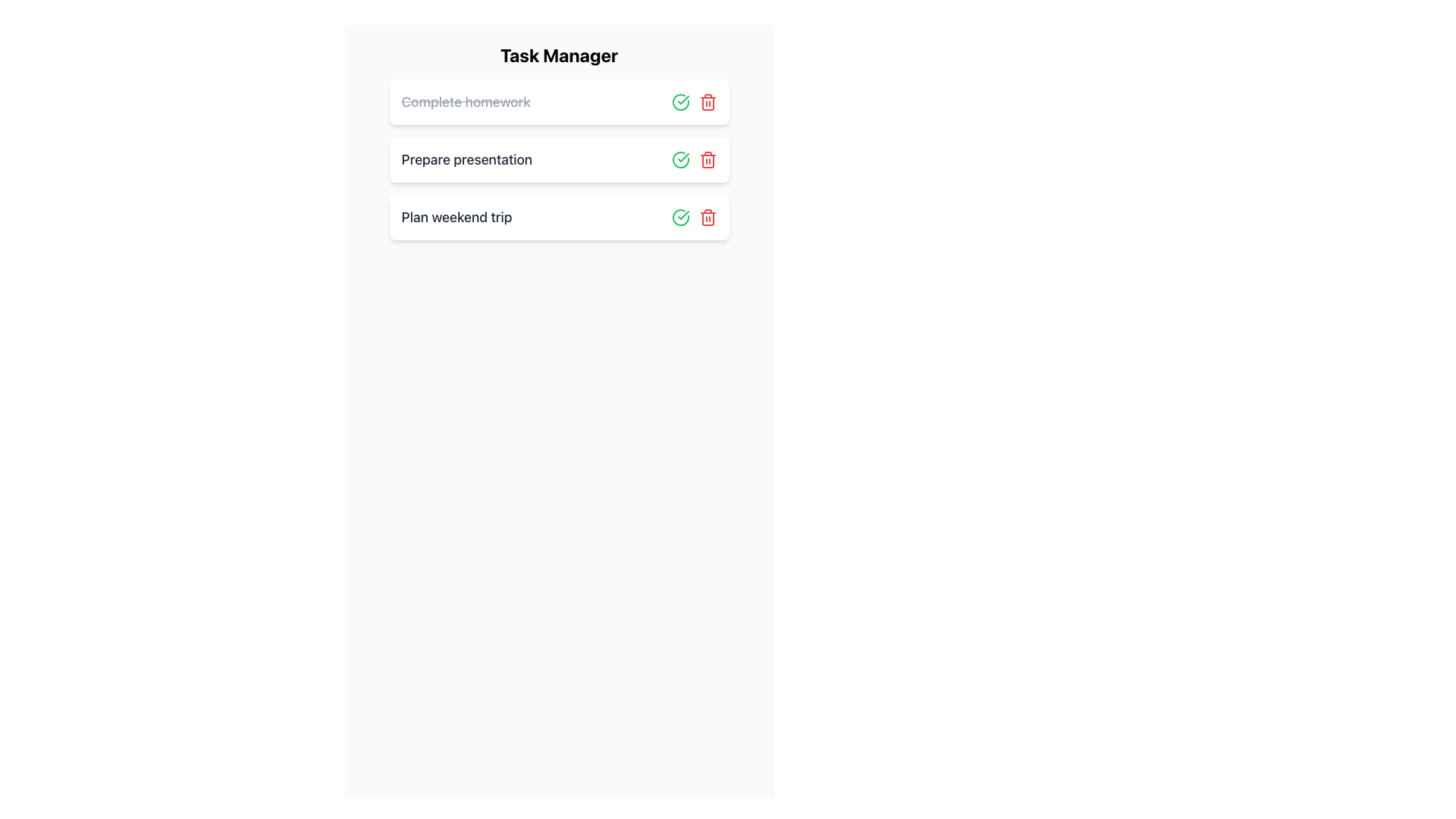 This screenshot has height=819, width=1456. Describe the element at coordinates (558, 55) in the screenshot. I see `the main heading element that indicates the primary functionality of the task management interface, positioned at the top of the central section` at that location.